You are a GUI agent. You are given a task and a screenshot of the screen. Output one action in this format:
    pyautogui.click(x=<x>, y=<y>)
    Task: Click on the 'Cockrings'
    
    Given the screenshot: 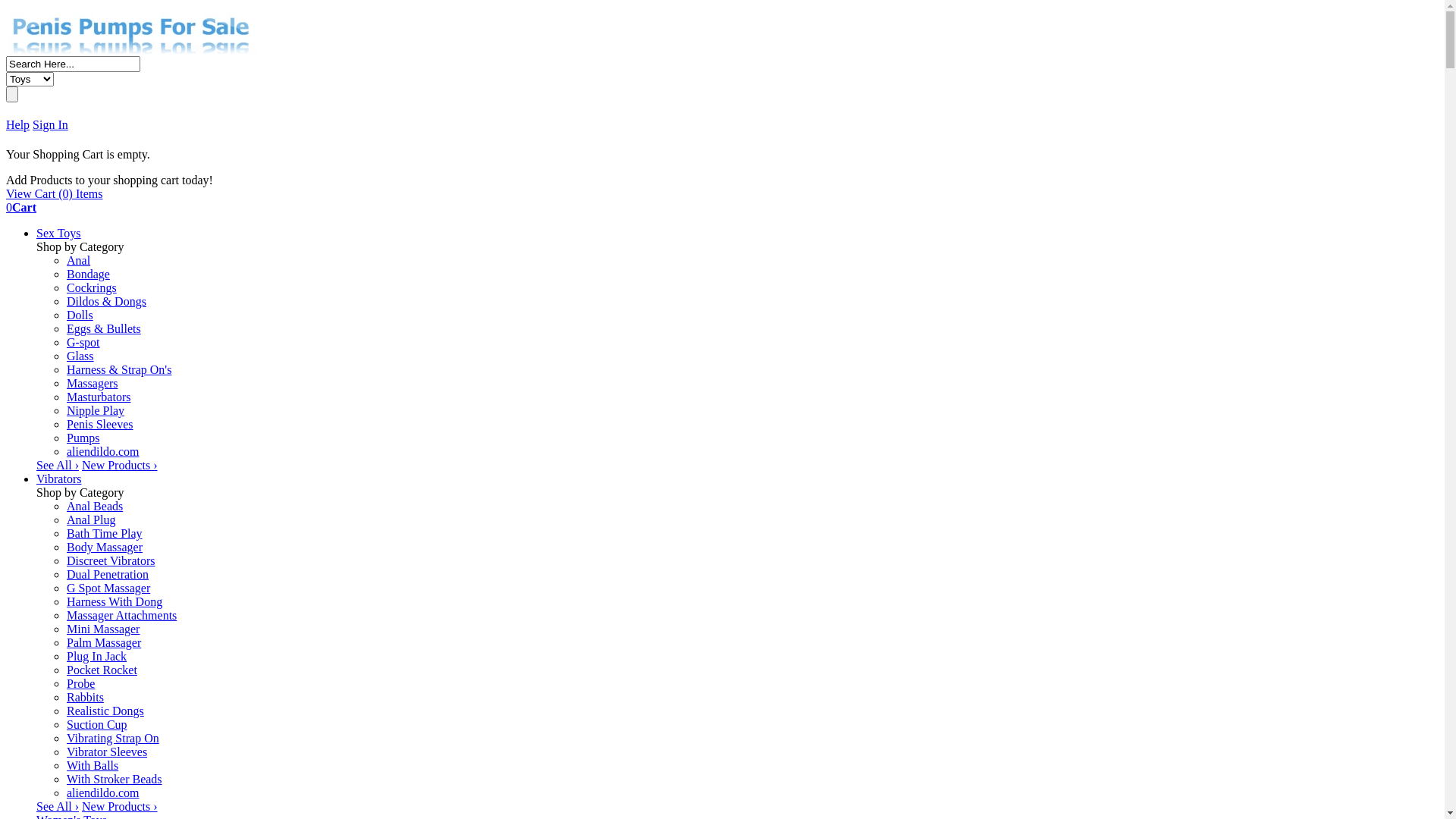 What is the action you would take?
    pyautogui.click(x=65, y=287)
    